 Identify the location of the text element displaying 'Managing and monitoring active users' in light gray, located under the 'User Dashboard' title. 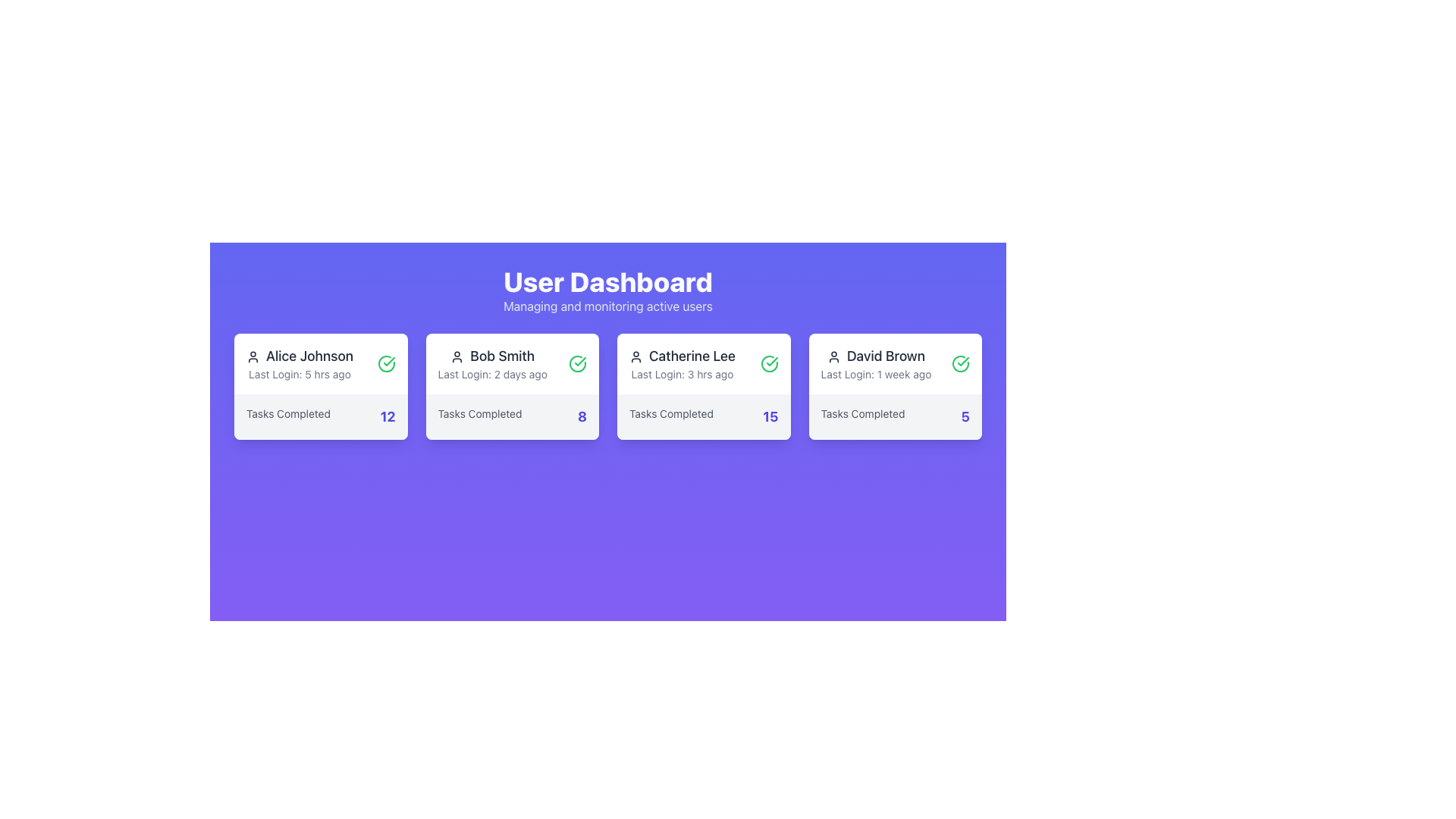
(607, 306).